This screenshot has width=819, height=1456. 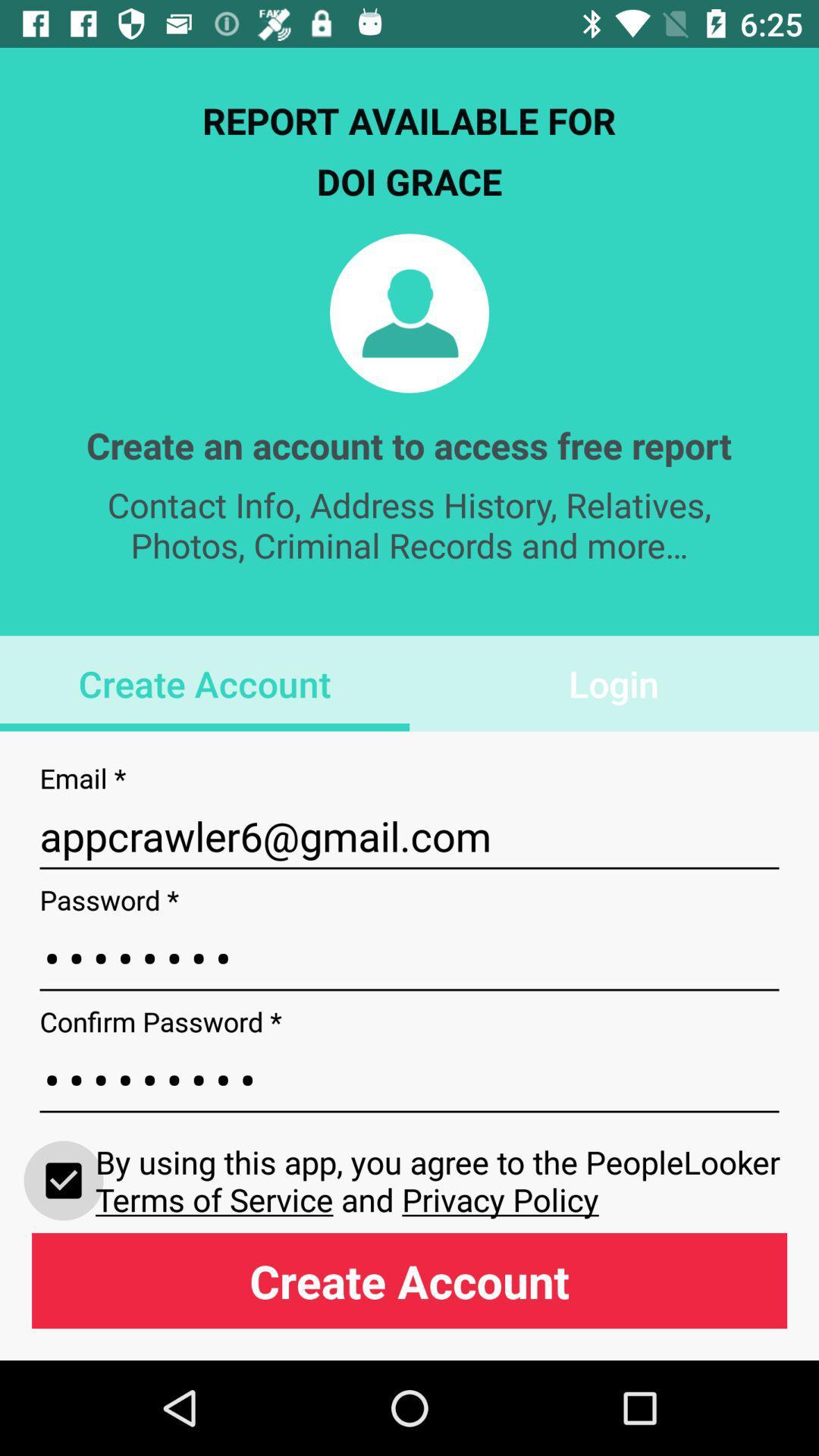 What do you see at coordinates (441, 1179) in the screenshot?
I see `icon above the create account item` at bounding box center [441, 1179].